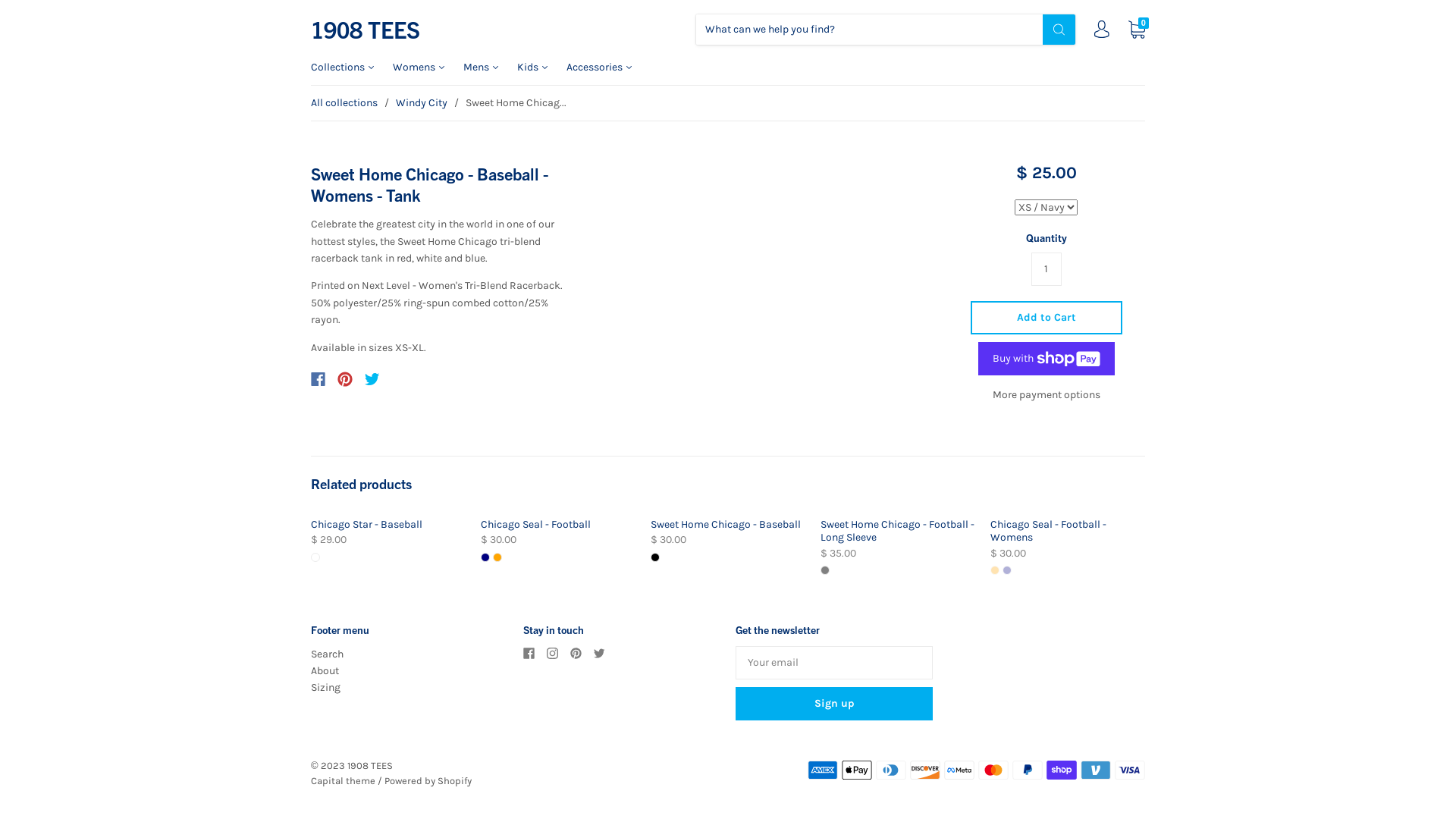 Image resolution: width=1456 pixels, height=819 pixels. I want to click on 'Sign up', so click(833, 704).